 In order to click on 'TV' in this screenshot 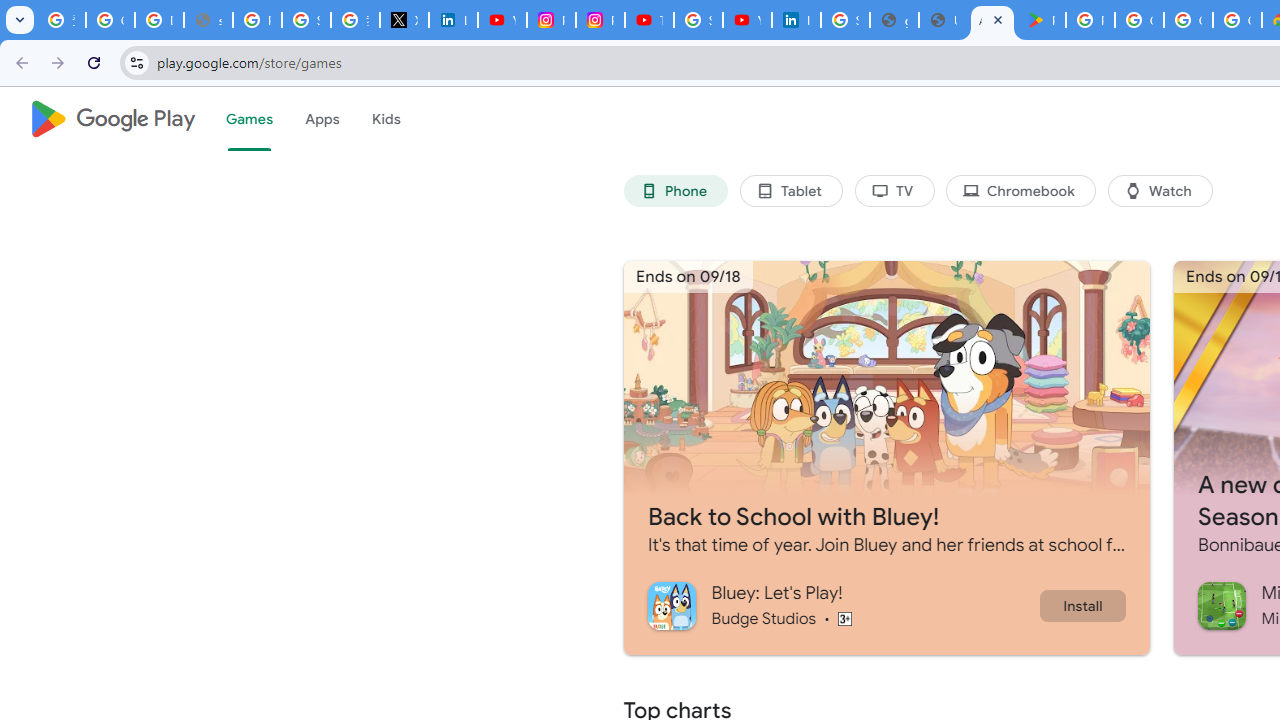, I will do `click(893, 191)`.